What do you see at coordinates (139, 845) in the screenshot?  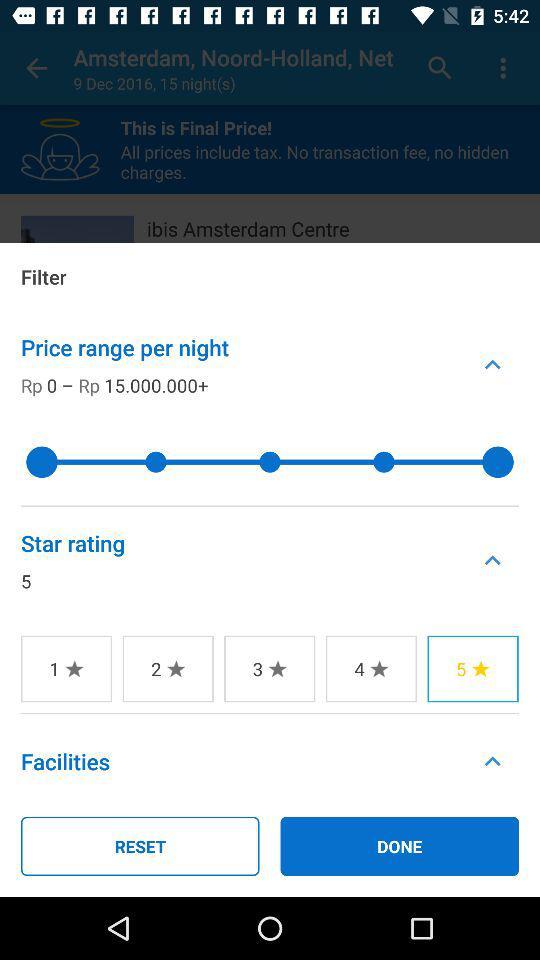 I see `icon next to the done icon` at bounding box center [139, 845].